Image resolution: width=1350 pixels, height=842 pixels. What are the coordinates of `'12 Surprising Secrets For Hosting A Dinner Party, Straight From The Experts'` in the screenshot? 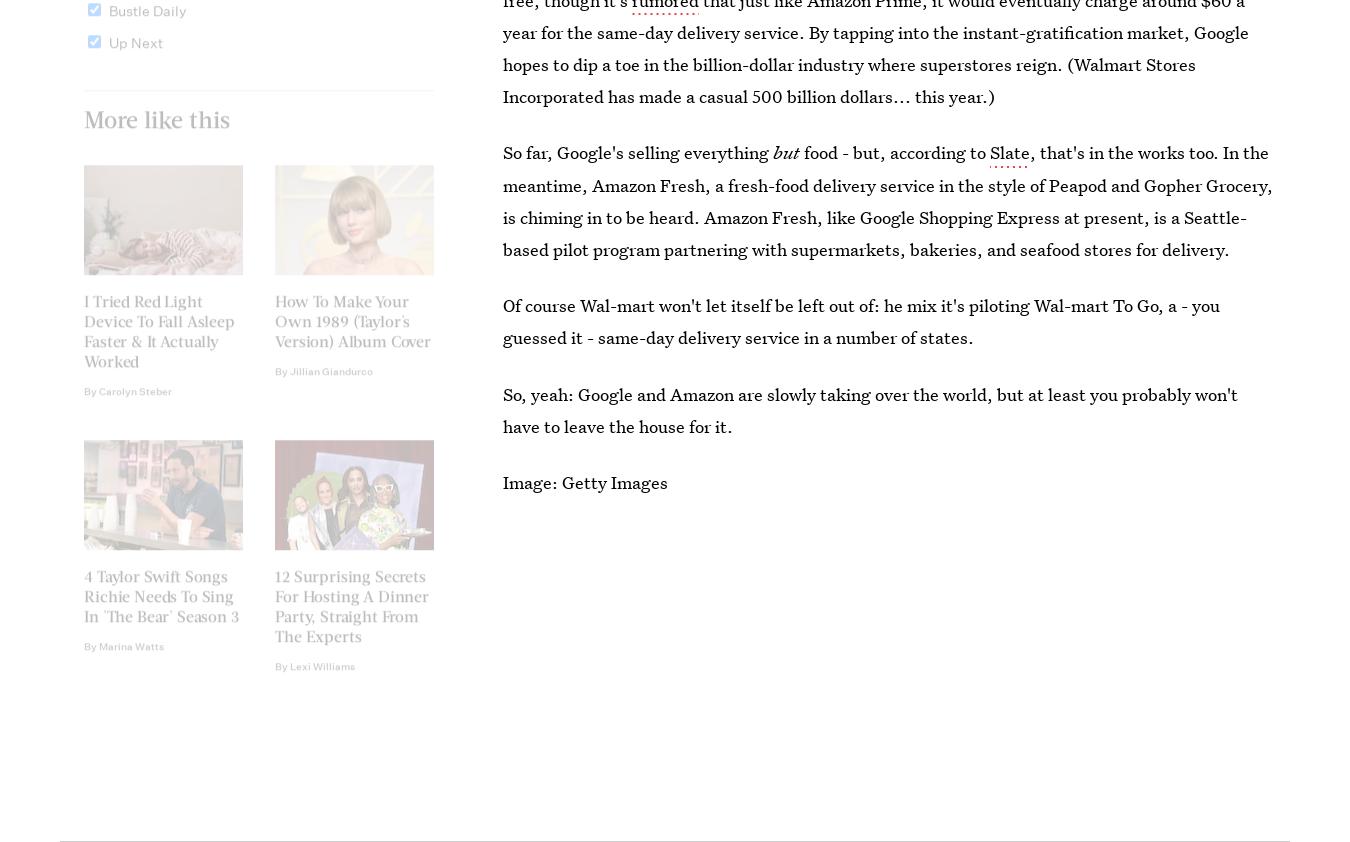 It's located at (351, 619).